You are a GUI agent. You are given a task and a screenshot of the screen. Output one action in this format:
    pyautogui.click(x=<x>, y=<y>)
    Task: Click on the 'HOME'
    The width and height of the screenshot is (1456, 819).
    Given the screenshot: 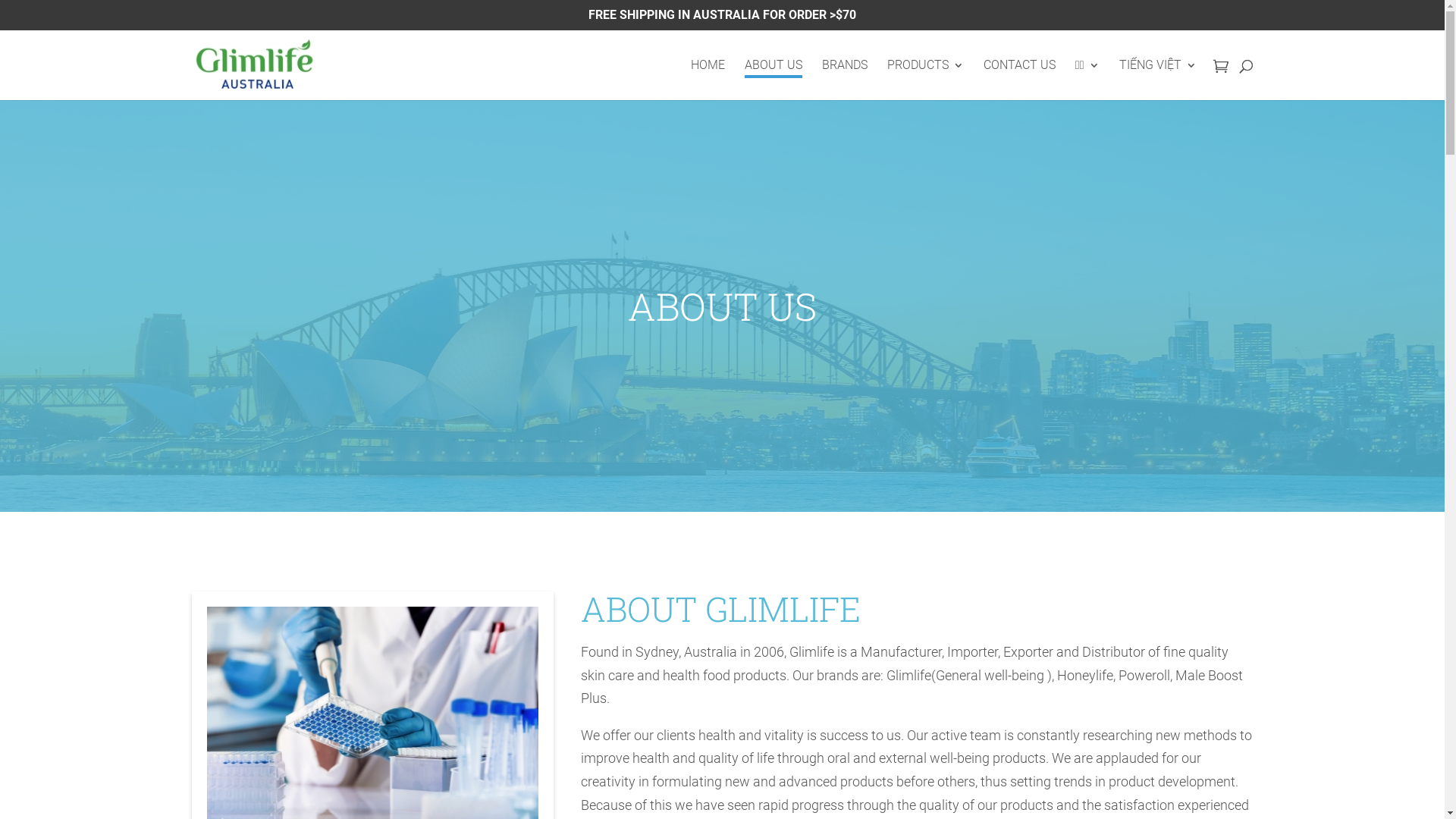 What is the action you would take?
    pyautogui.click(x=707, y=80)
    